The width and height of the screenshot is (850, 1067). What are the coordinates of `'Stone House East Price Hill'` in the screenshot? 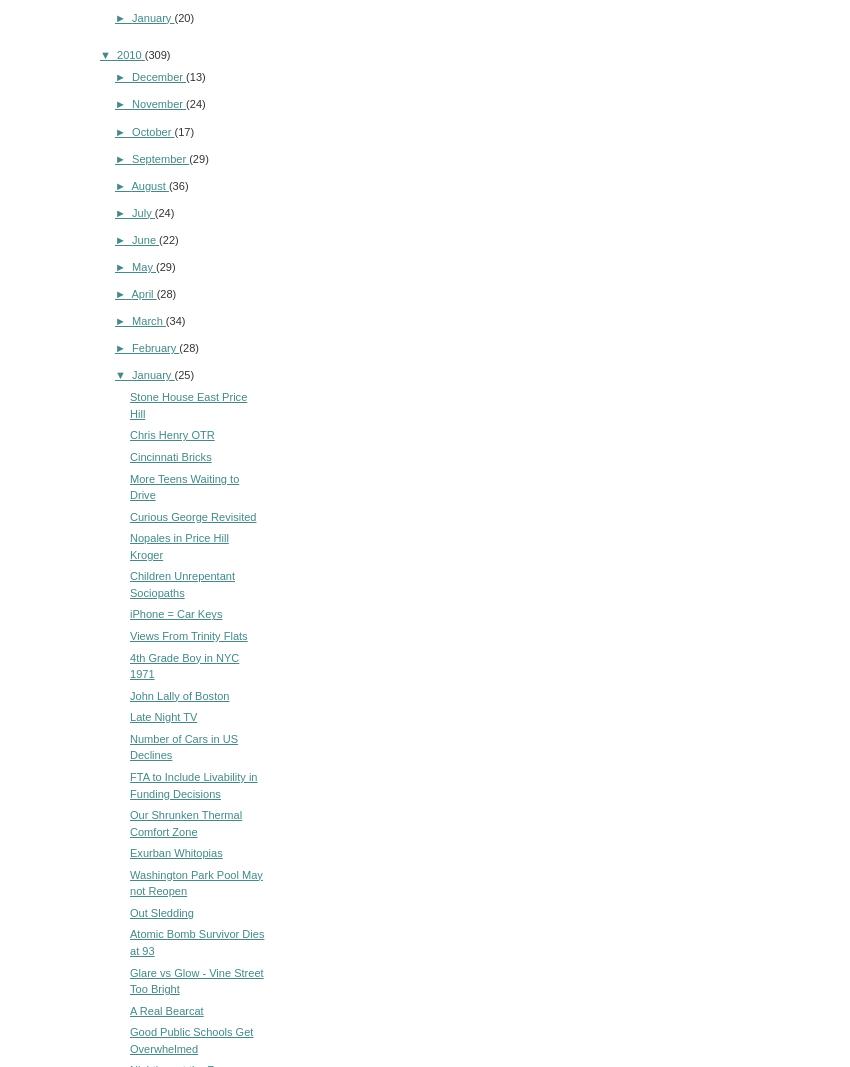 It's located at (187, 404).